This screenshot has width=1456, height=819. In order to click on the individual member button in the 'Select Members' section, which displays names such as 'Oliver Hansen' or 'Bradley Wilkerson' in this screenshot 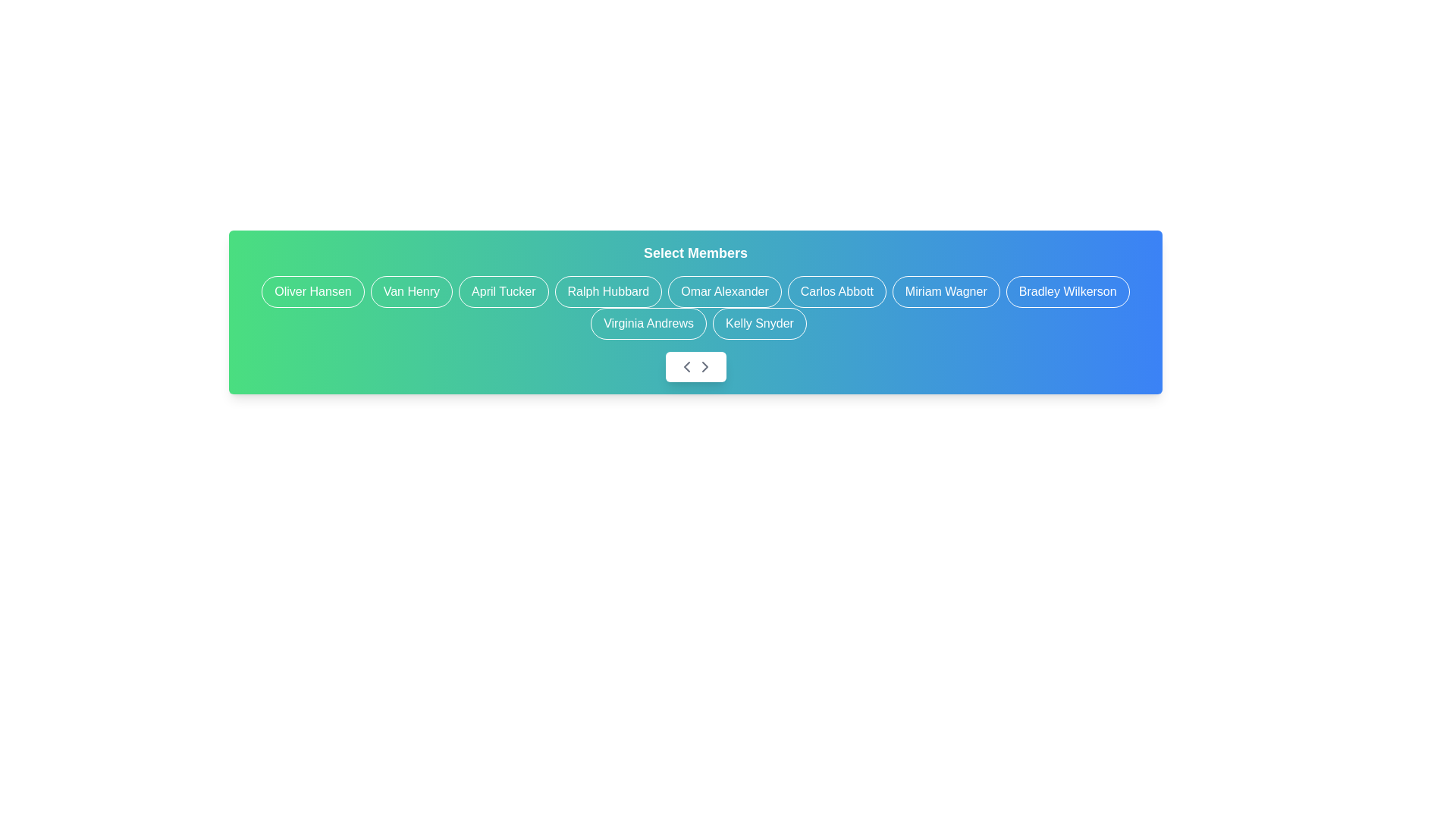, I will do `click(695, 307)`.